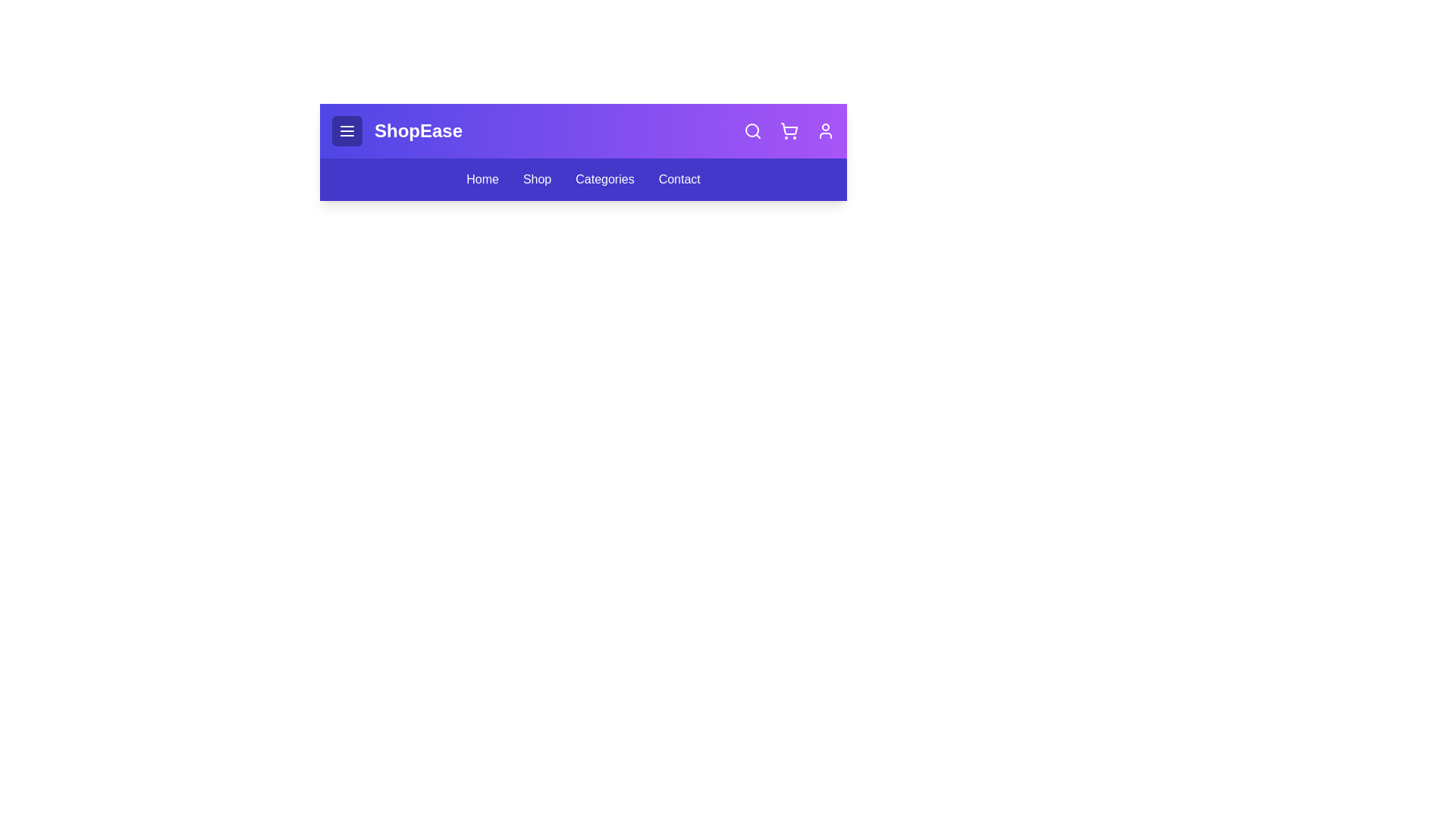 The image size is (1456, 819). I want to click on the title text 'ShopEase', so click(419, 130).